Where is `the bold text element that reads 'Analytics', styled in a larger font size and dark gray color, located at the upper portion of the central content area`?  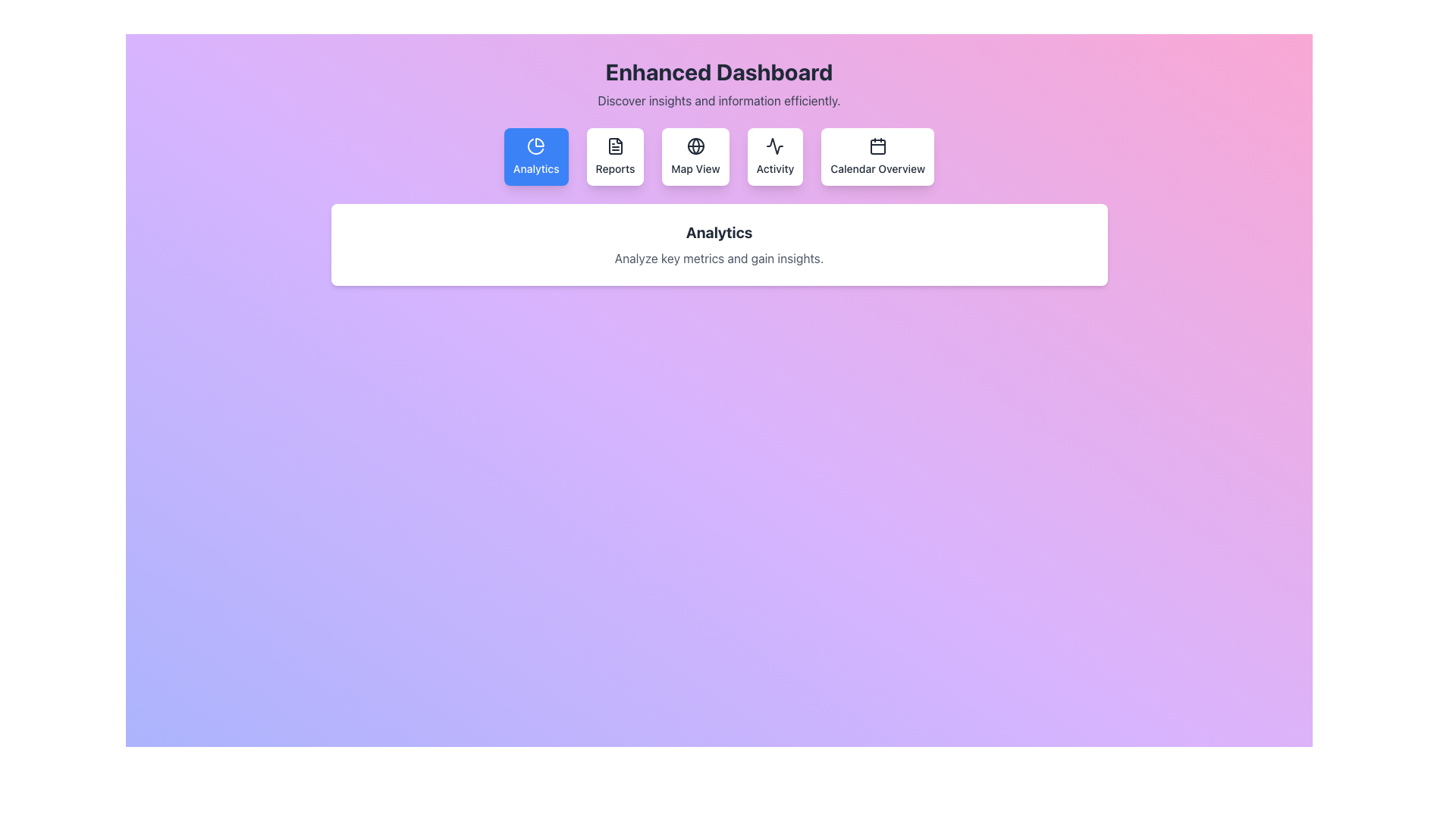 the bold text element that reads 'Analytics', styled in a larger font size and dark gray color, located at the upper portion of the central content area is located at coordinates (718, 233).